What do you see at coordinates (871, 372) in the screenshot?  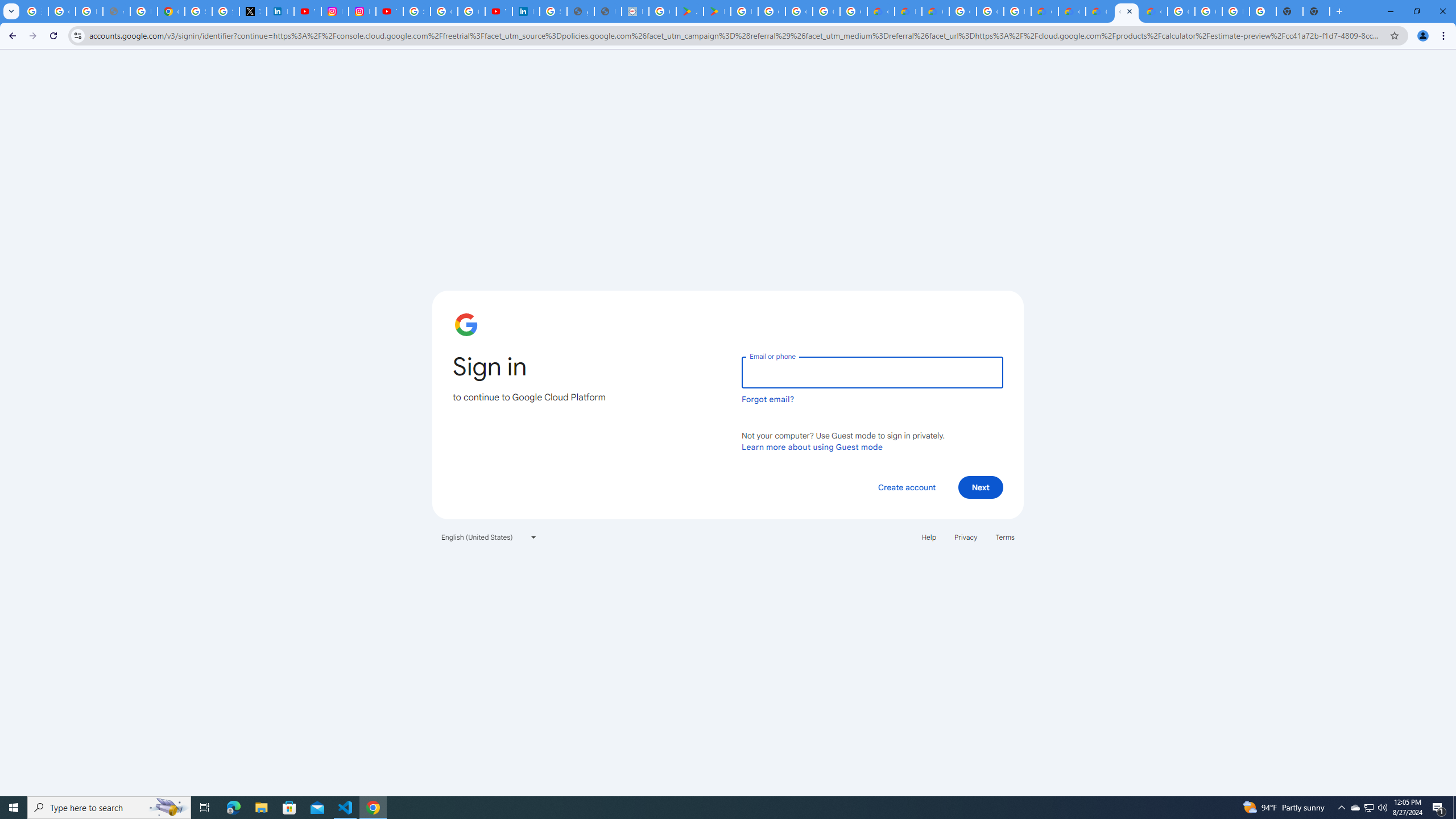 I see `'Email or phone'` at bounding box center [871, 372].